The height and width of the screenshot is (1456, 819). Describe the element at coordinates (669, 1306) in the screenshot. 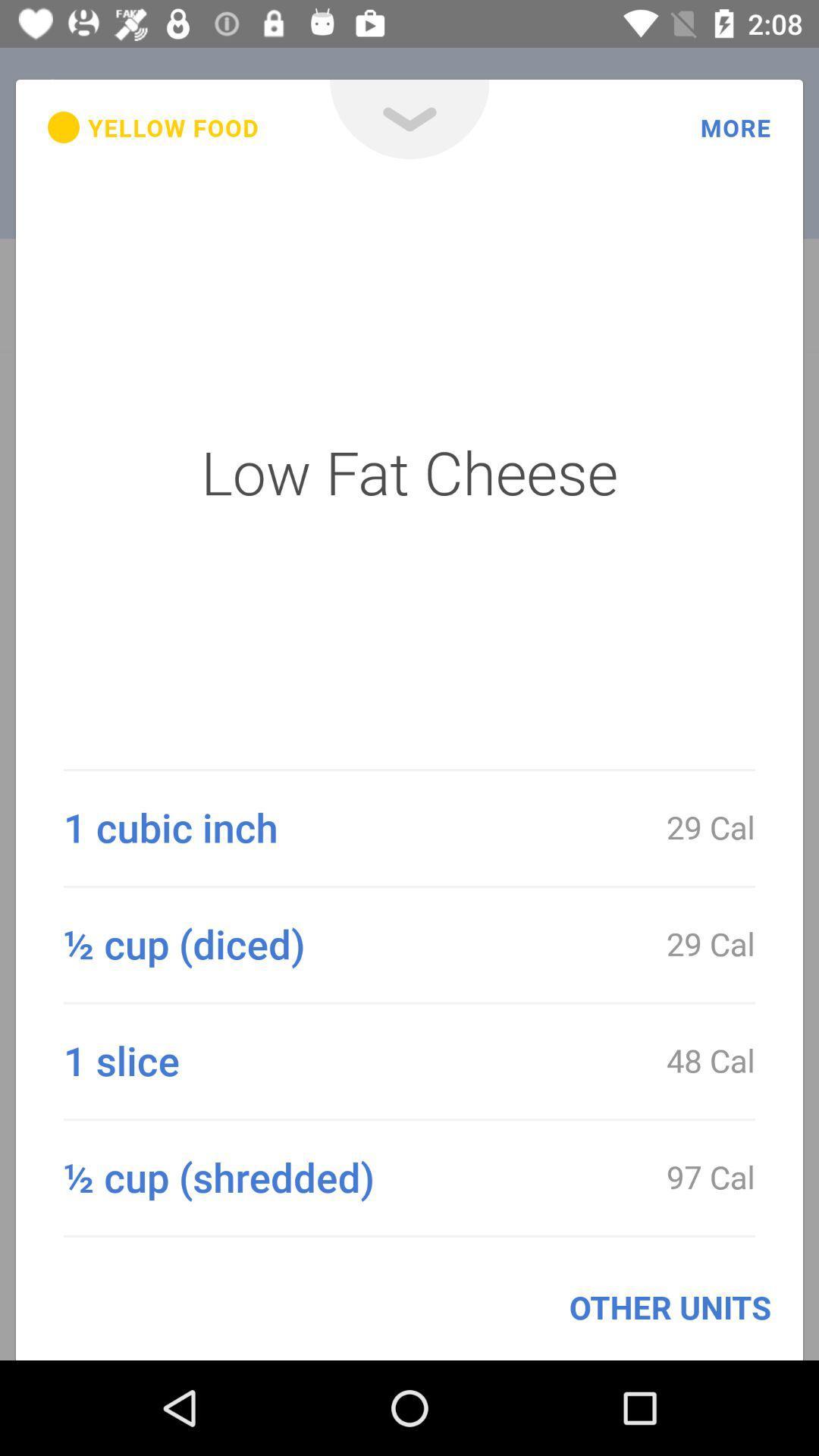

I see `the other units icon` at that location.